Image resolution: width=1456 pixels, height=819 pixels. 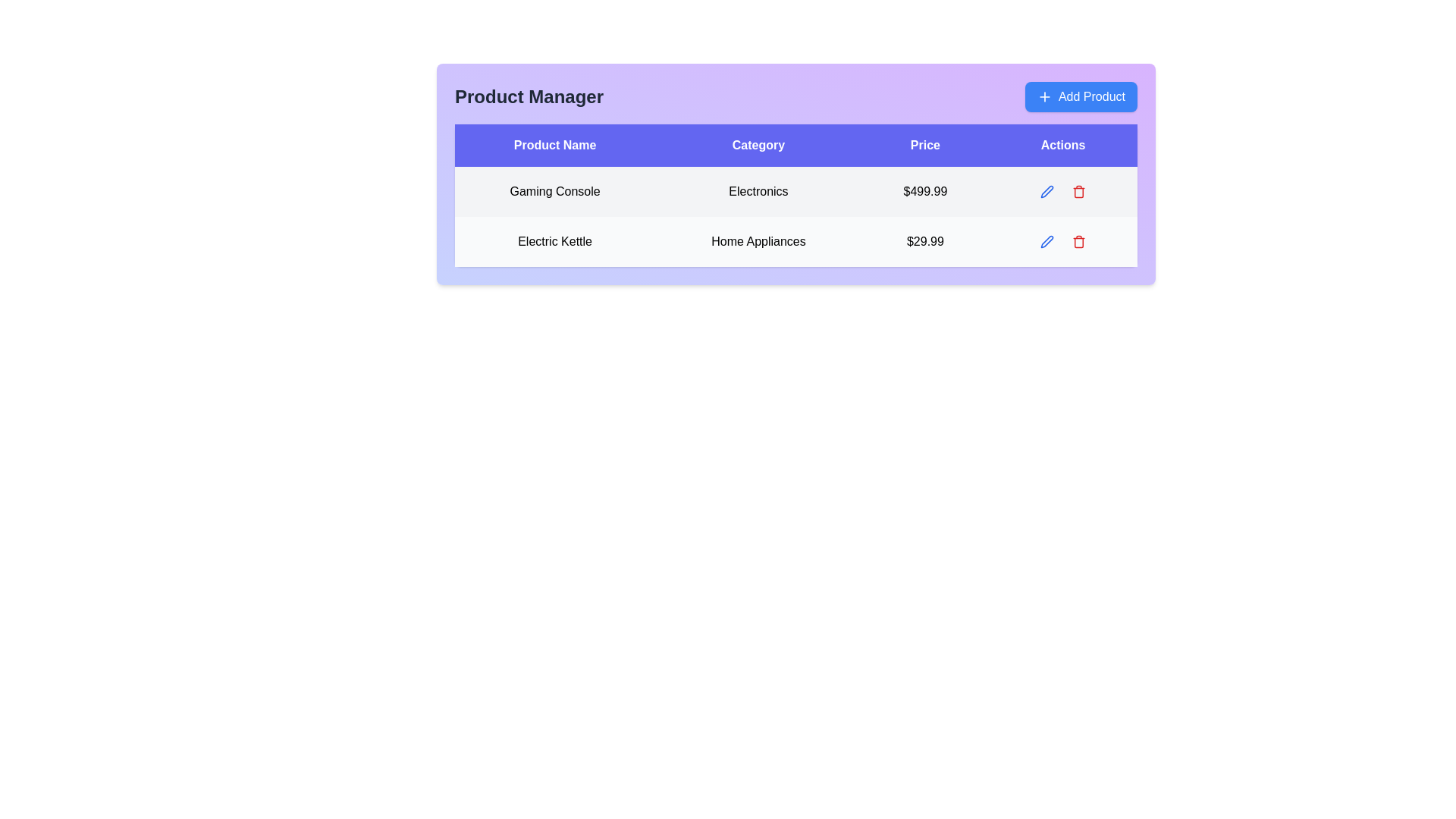 I want to click on the text label displaying 'Home Appliances', which is centrally aligned within its cell in the second row of the table under the 'Category' column, so click(x=758, y=241).